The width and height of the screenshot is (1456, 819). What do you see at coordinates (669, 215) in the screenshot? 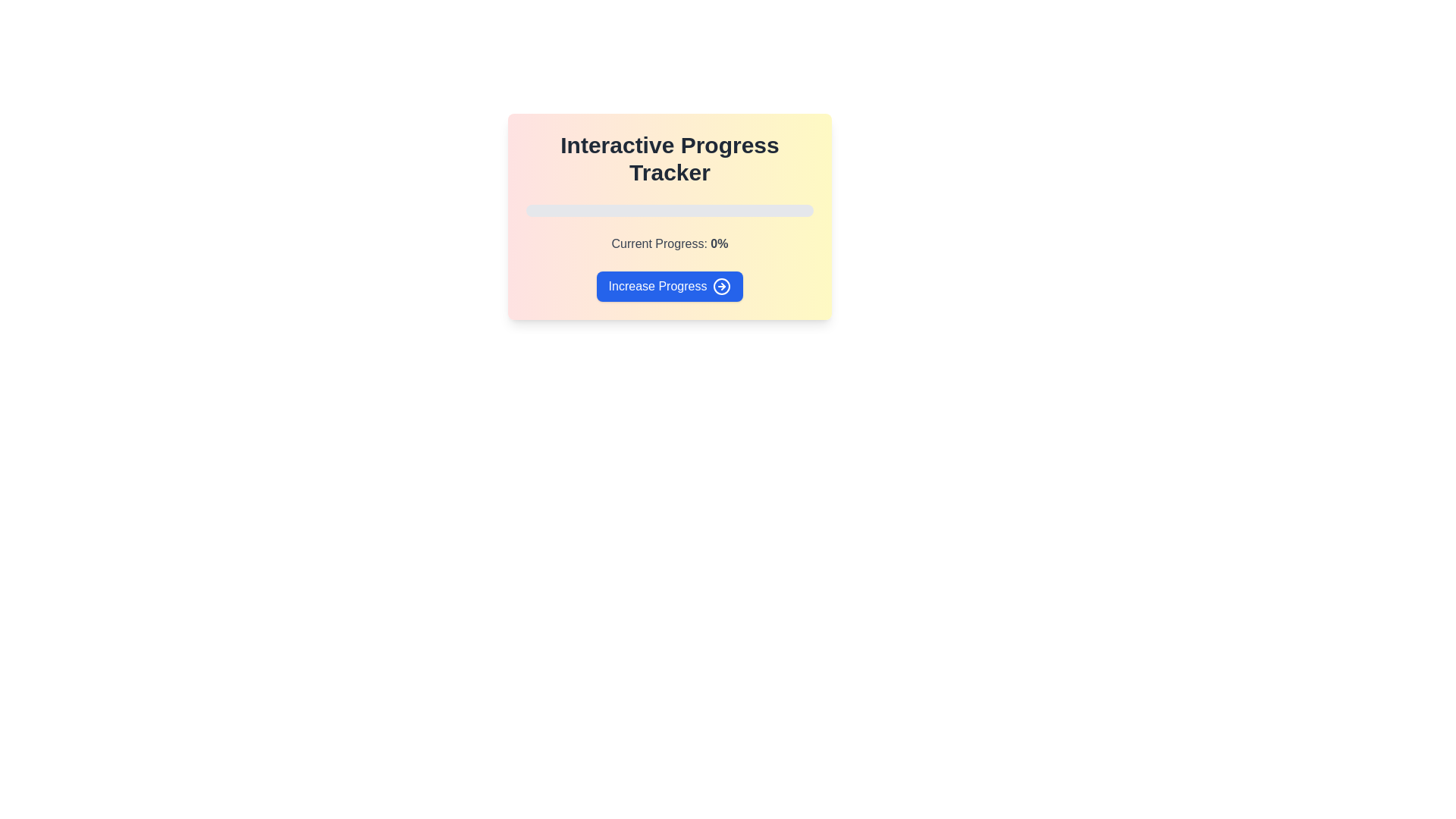
I see `the Interactive Progress Tracker component` at bounding box center [669, 215].